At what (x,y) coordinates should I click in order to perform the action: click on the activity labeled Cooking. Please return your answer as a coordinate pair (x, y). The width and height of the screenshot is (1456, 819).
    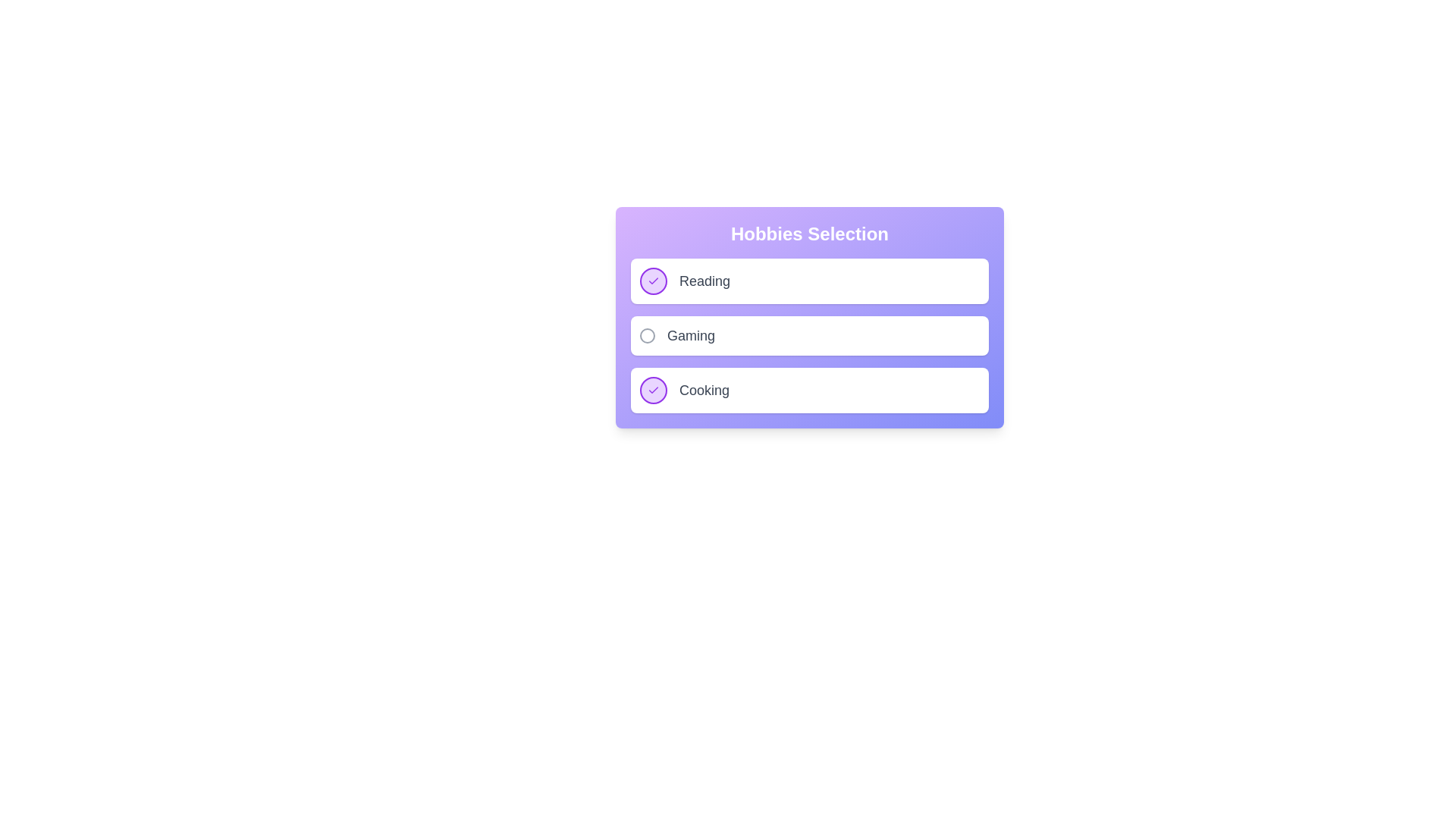
    Looking at the image, I should click on (704, 390).